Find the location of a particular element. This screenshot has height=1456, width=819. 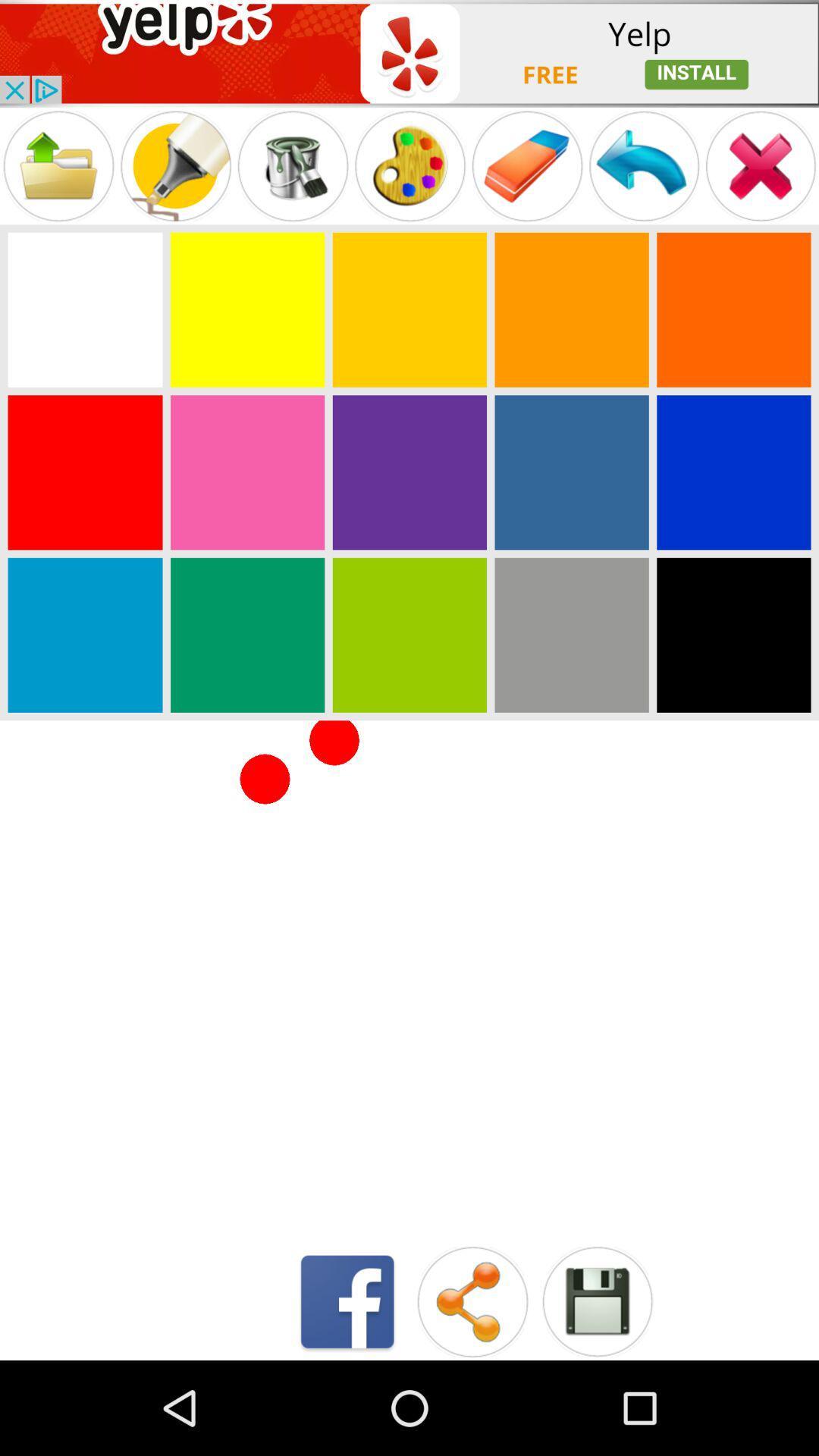

background colour option is located at coordinates (409, 472).